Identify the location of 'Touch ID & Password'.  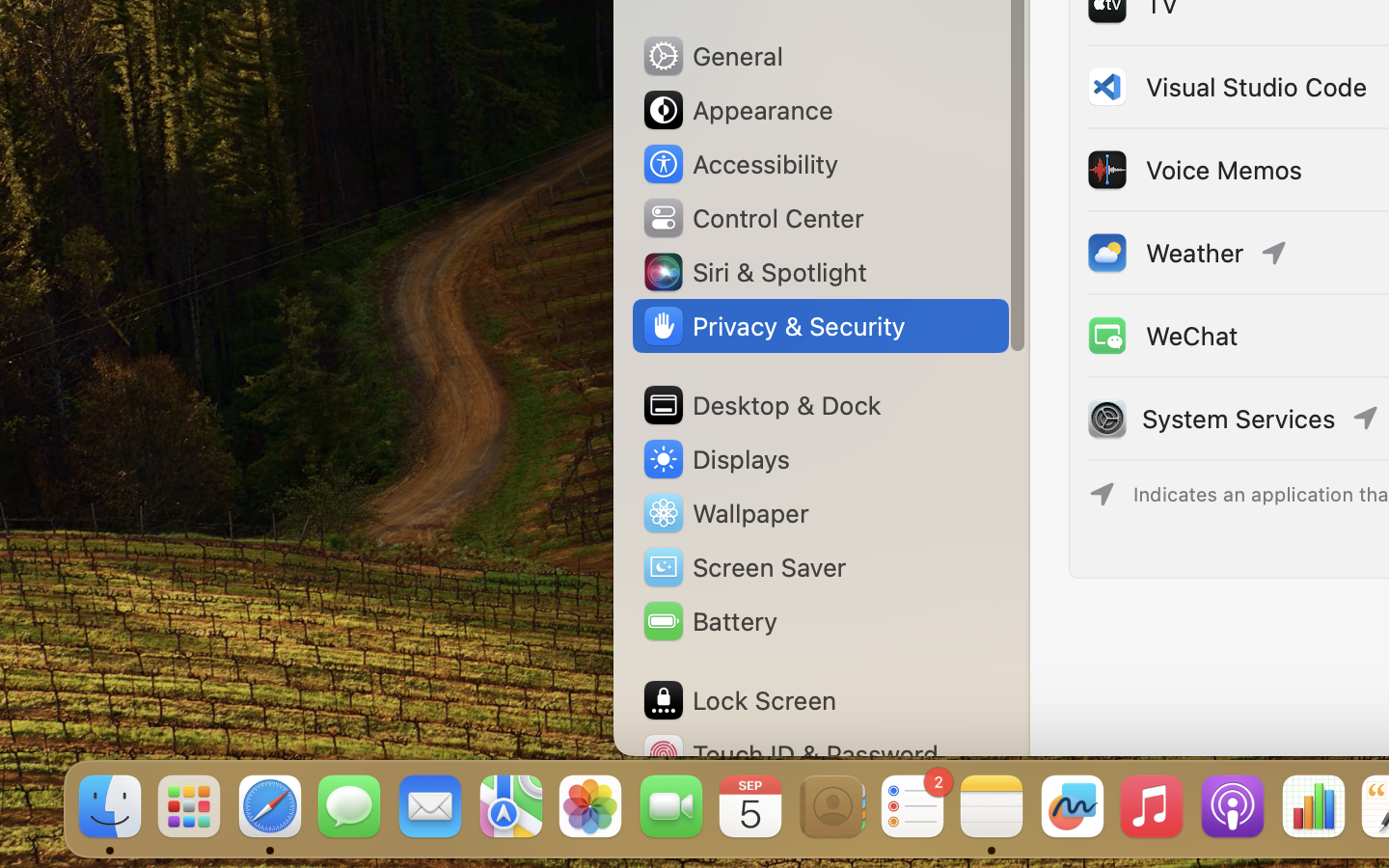
(790, 753).